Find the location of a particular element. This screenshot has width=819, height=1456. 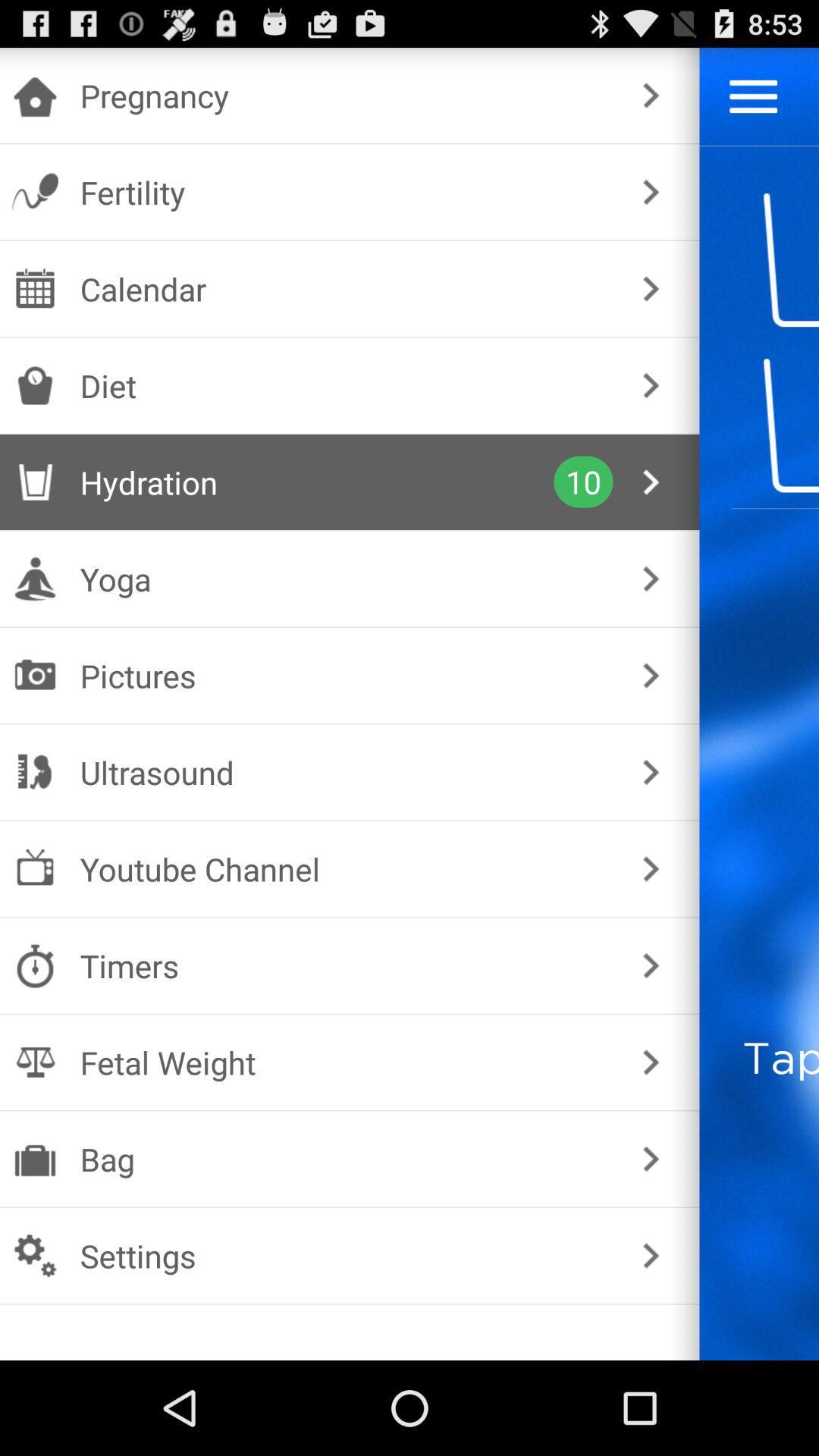

icon above 10 icon is located at coordinates (347, 385).